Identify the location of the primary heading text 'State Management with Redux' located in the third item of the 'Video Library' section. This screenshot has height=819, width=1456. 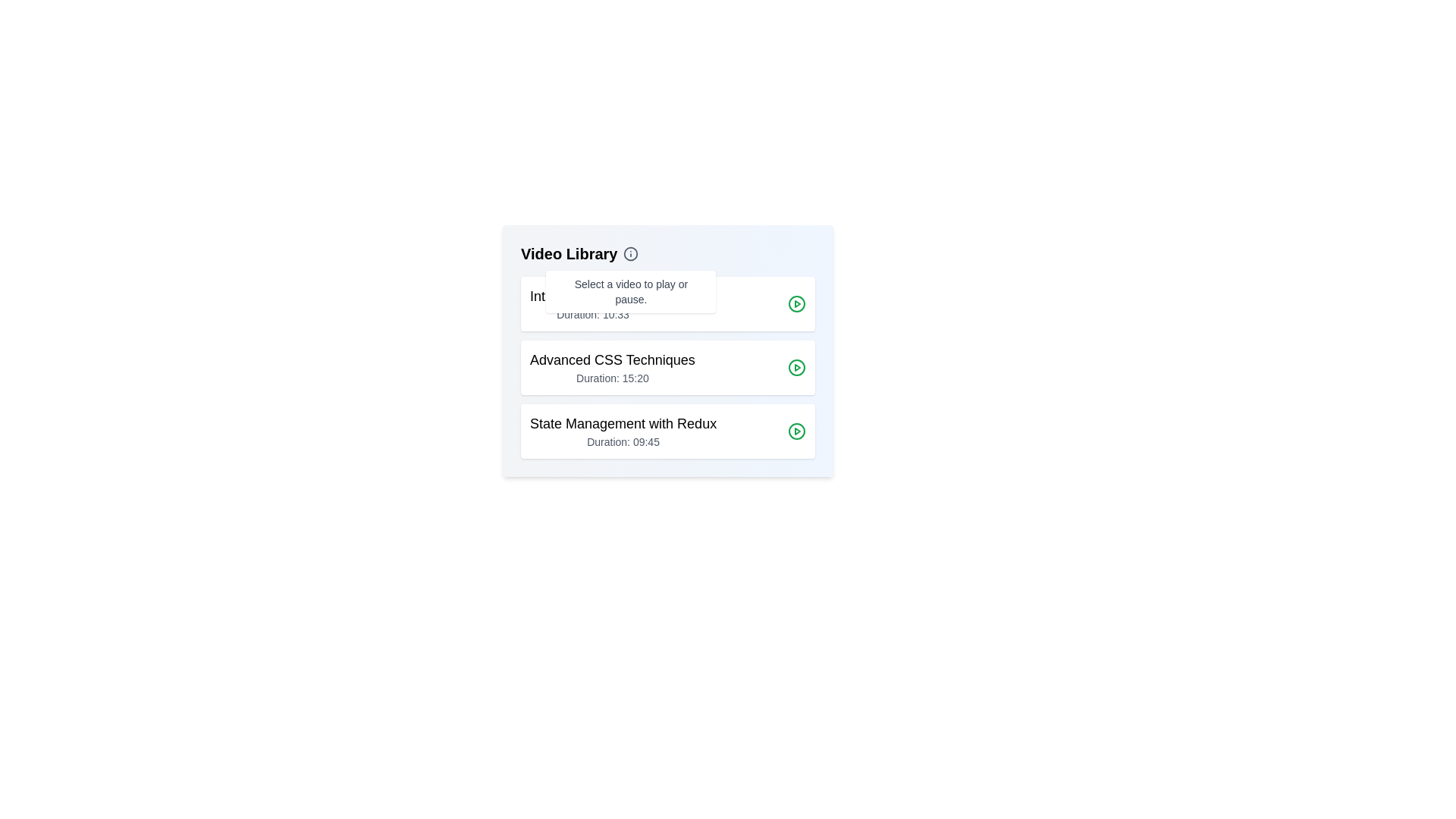
(623, 424).